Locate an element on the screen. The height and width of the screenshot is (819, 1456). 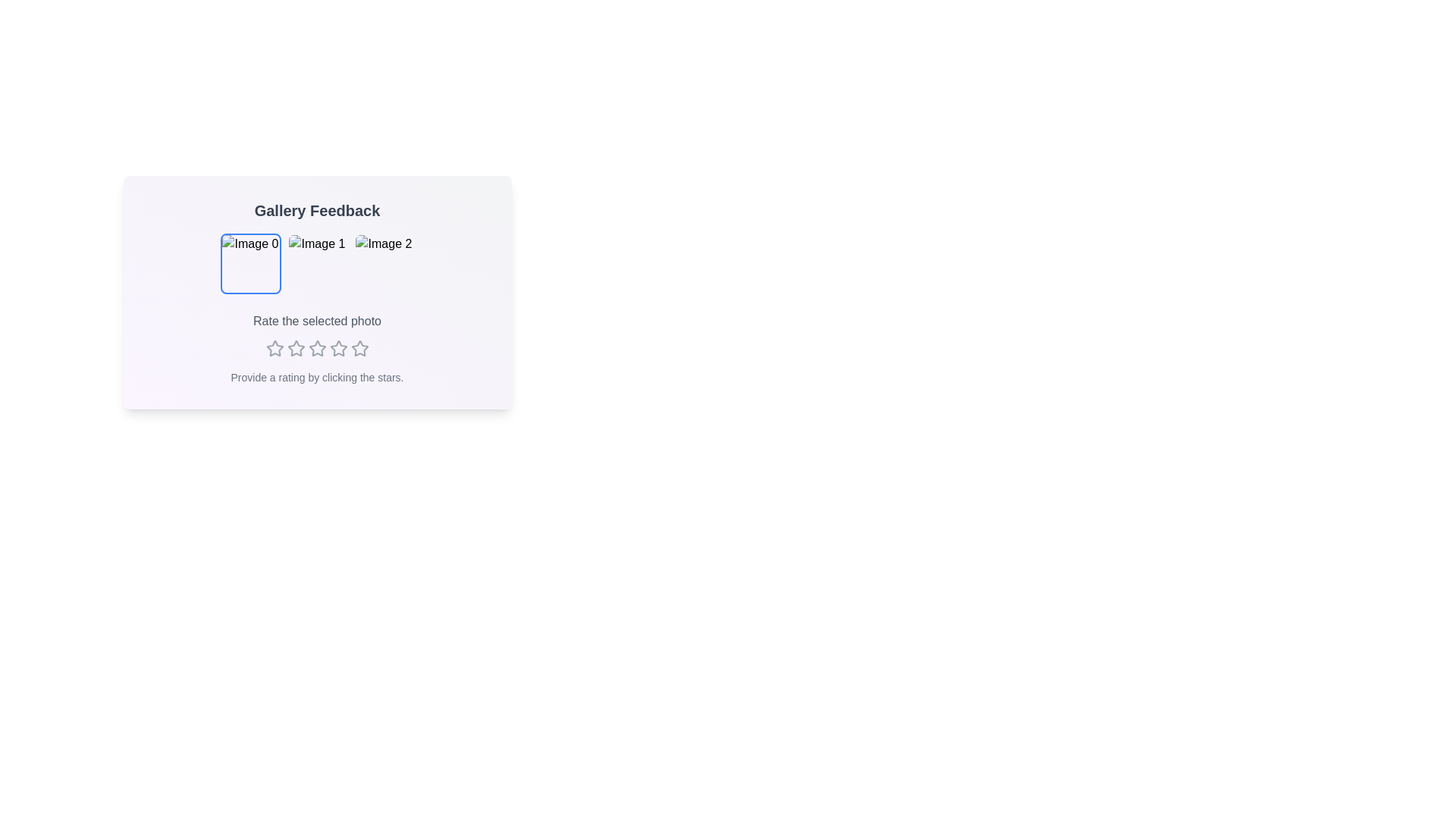
the group of clickable image thumbnails located in the 'Gallery Feedback' section to trigger hover effects is located at coordinates (316, 262).